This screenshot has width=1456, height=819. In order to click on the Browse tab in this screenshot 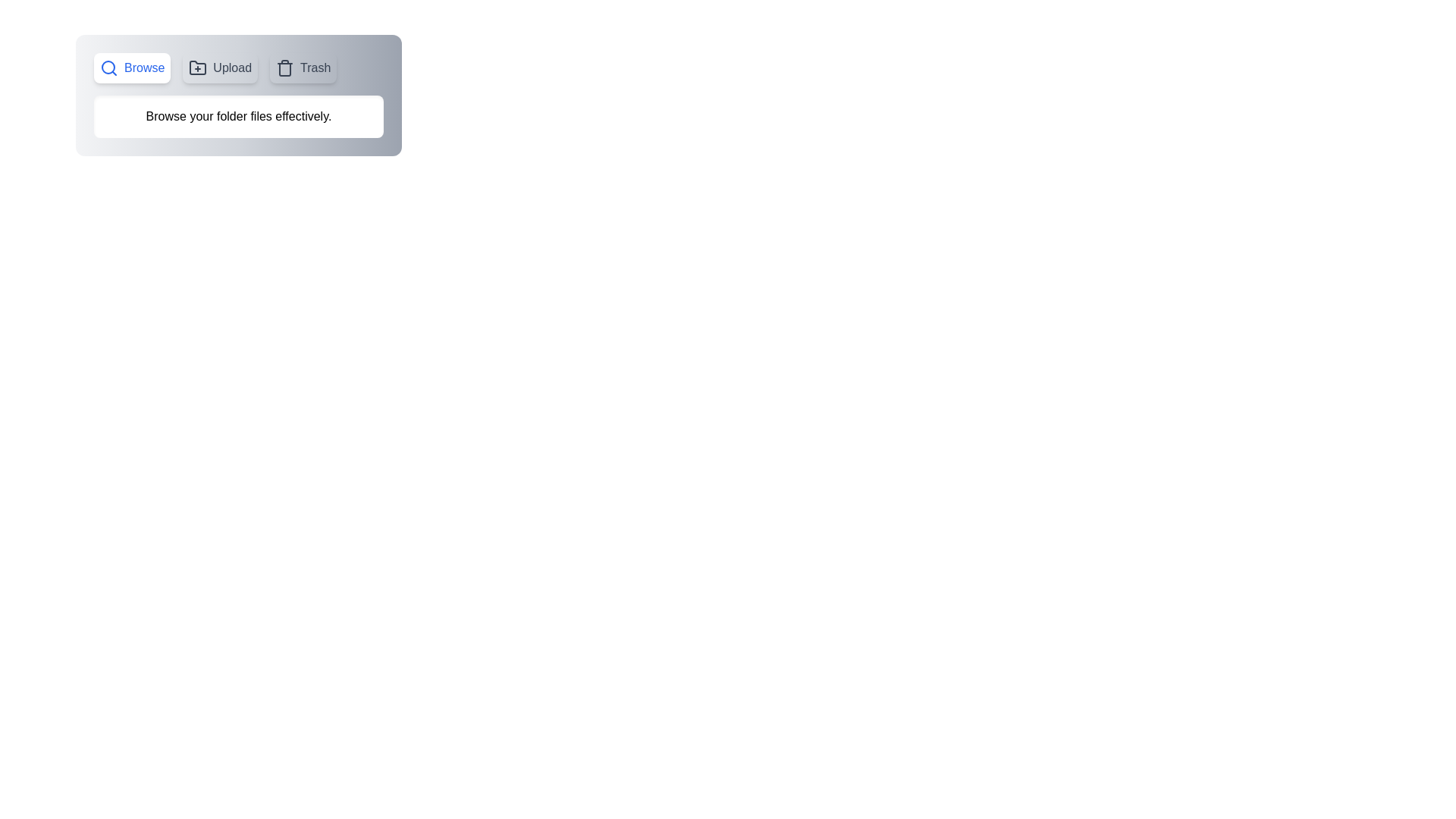, I will do `click(131, 67)`.